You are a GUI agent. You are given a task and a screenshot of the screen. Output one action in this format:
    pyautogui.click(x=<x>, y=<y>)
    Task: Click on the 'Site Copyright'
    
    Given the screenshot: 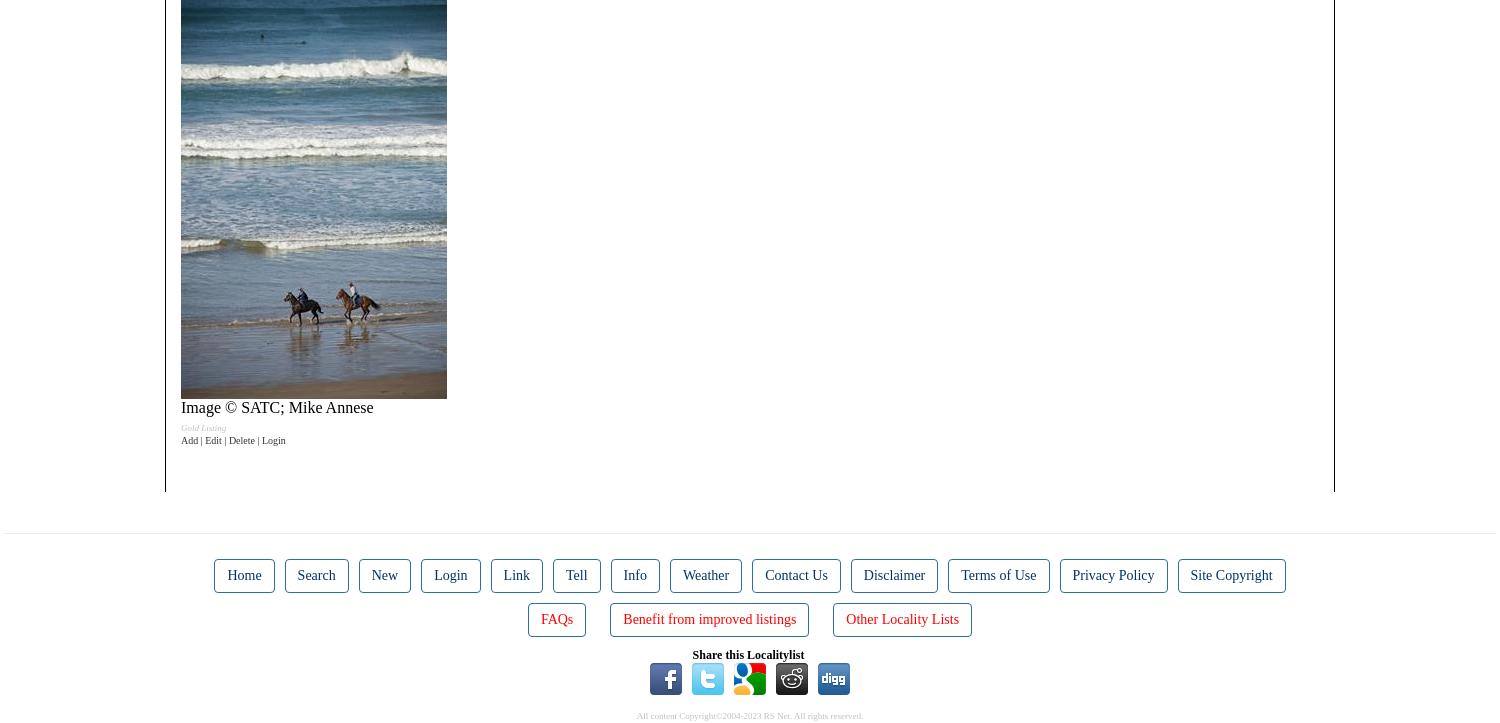 What is the action you would take?
    pyautogui.click(x=1230, y=574)
    